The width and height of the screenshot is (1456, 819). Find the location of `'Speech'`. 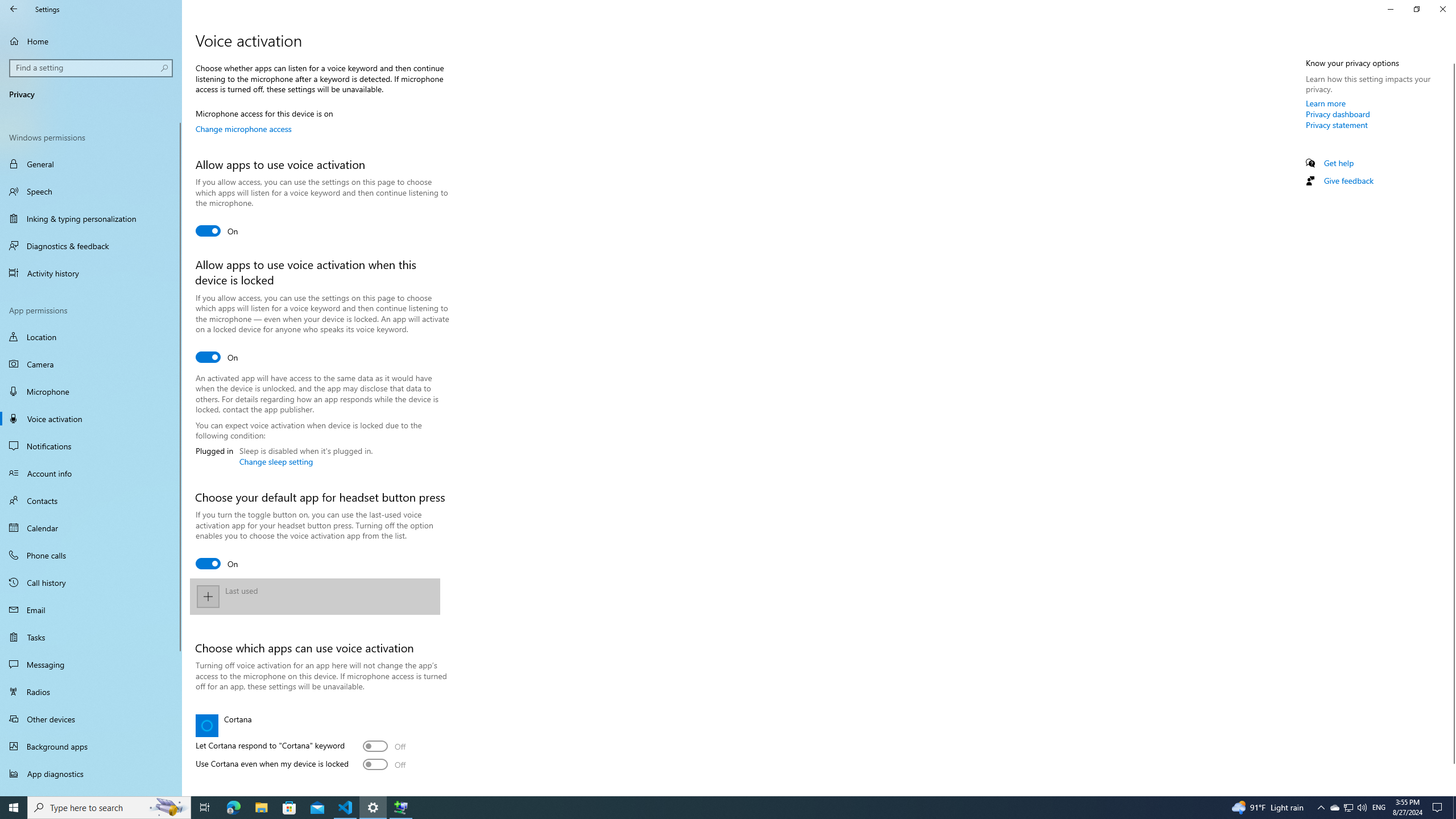

'Speech' is located at coordinates (90, 191).